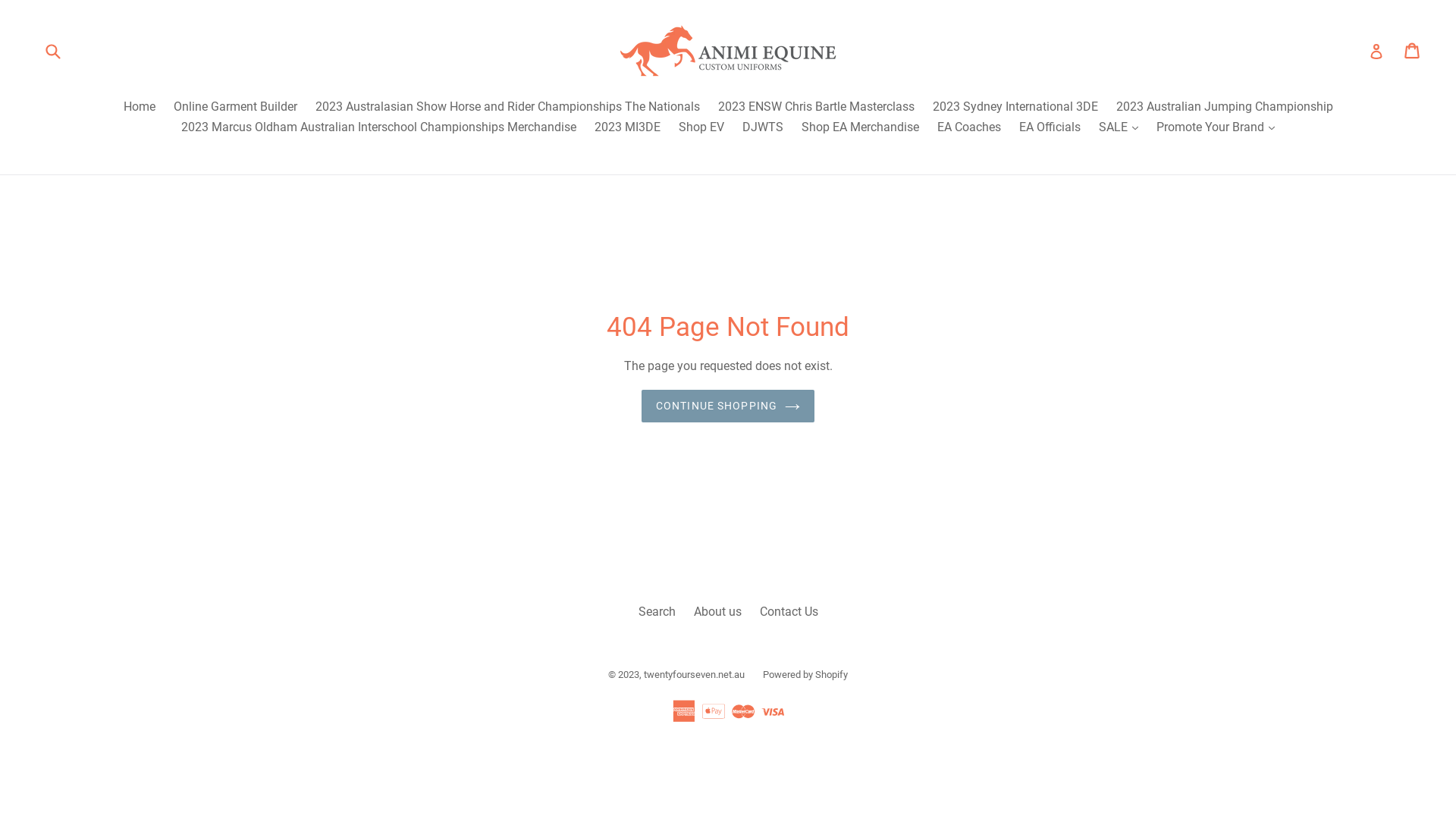 Image resolution: width=1456 pixels, height=819 pixels. Describe the element at coordinates (627, 127) in the screenshot. I see `'2023 MI3DE'` at that location.